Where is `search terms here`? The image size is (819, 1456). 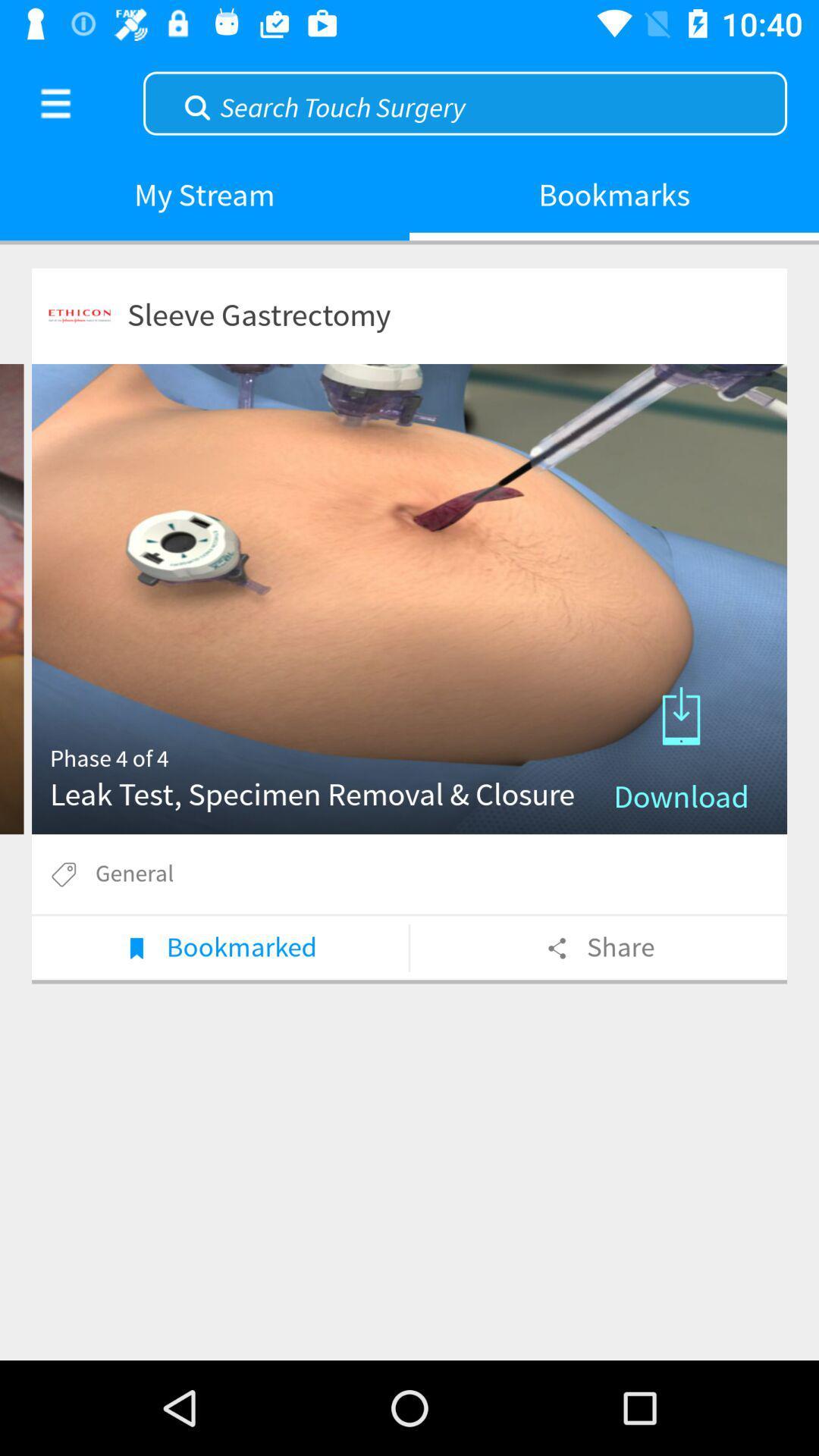 search terms here is located at coordinates (464, 101).